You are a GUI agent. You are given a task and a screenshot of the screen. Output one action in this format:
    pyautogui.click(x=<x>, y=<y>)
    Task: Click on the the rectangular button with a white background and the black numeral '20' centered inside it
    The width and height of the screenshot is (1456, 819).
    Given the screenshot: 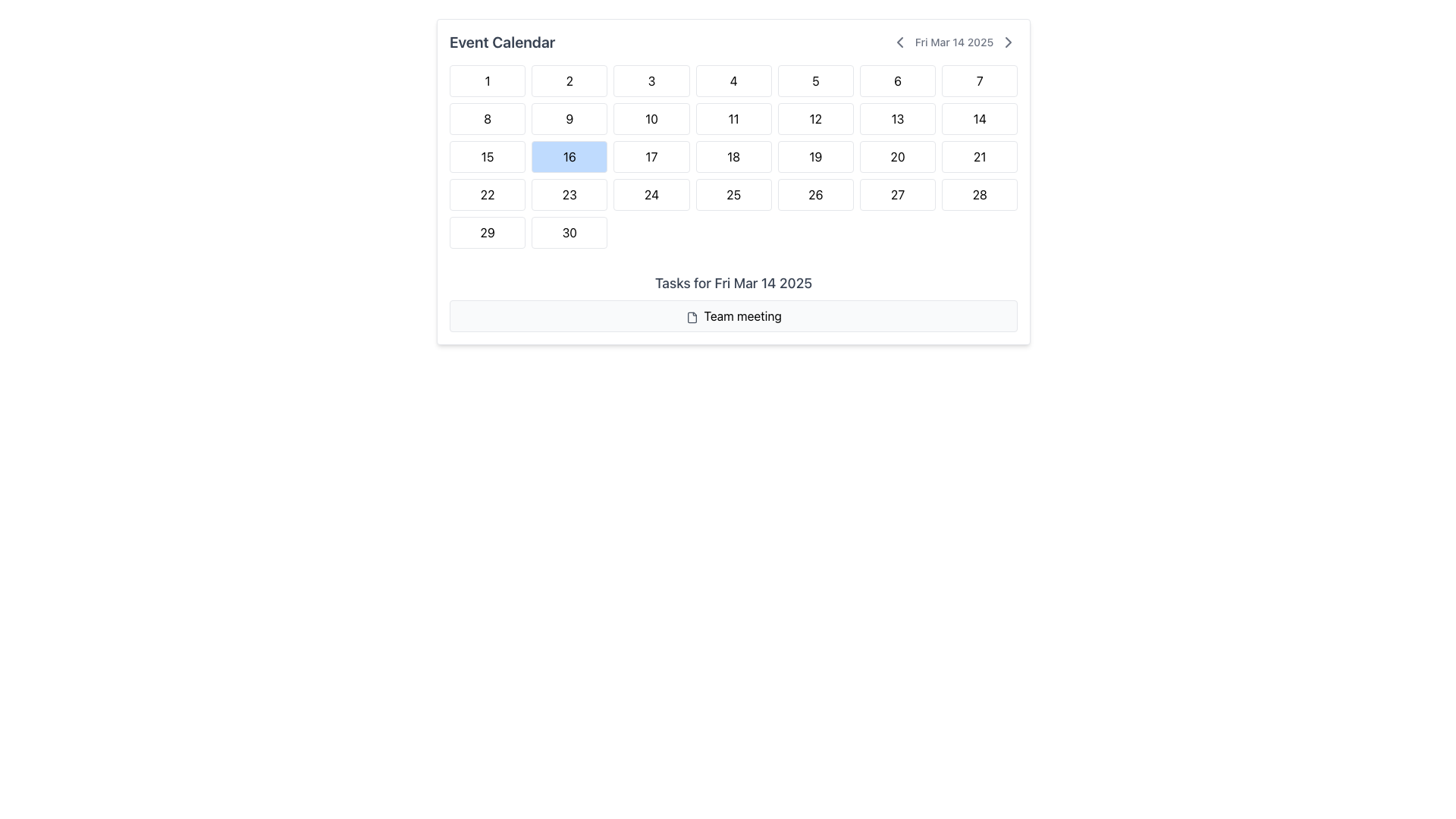 What is the action you would take?
    pyautogui.click(x=898, y=157)
    